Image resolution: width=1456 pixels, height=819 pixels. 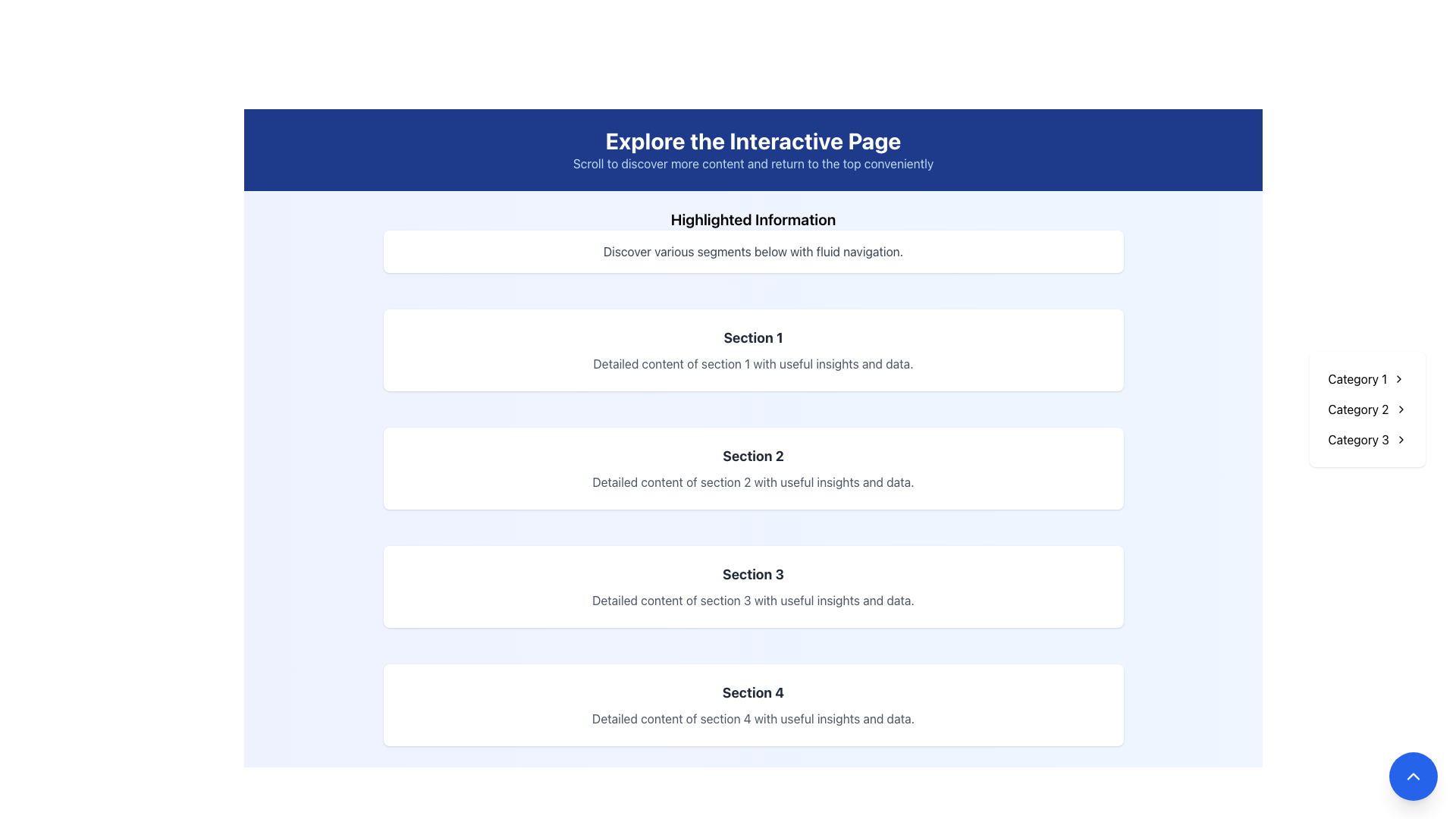 I want to click on the 'Category 2' button in the sidebar navigation, so click(x=1367, y=409).